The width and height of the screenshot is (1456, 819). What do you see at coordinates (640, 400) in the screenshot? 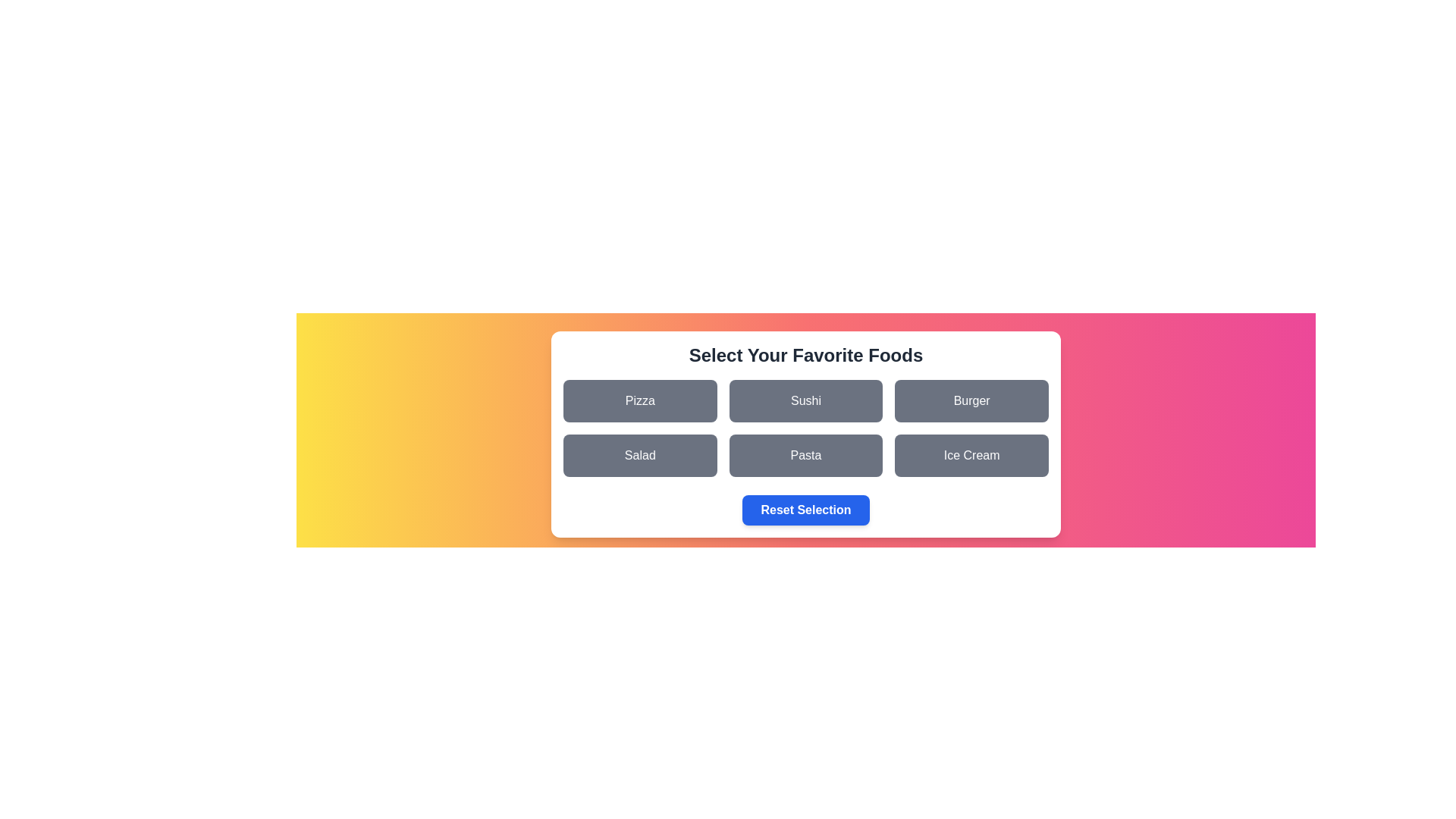
I see `the food item Pizza` at bounding box center [640, 400].